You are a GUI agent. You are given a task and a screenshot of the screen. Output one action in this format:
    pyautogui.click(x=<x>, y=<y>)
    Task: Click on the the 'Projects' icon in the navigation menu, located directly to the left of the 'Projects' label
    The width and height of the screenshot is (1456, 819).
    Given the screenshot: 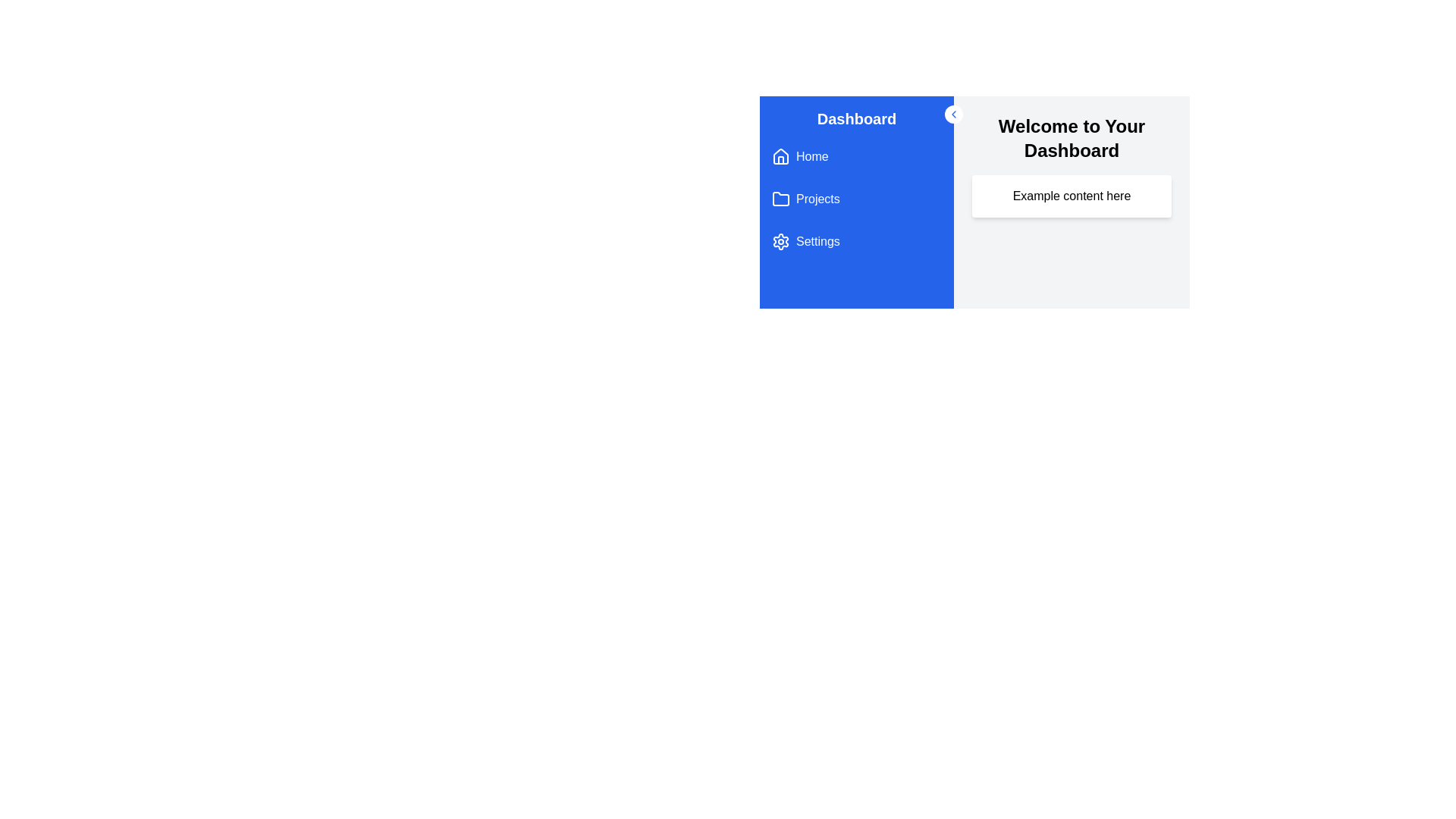 What is the action you would take?
    pyautogui.click(x=781, y=198)
    